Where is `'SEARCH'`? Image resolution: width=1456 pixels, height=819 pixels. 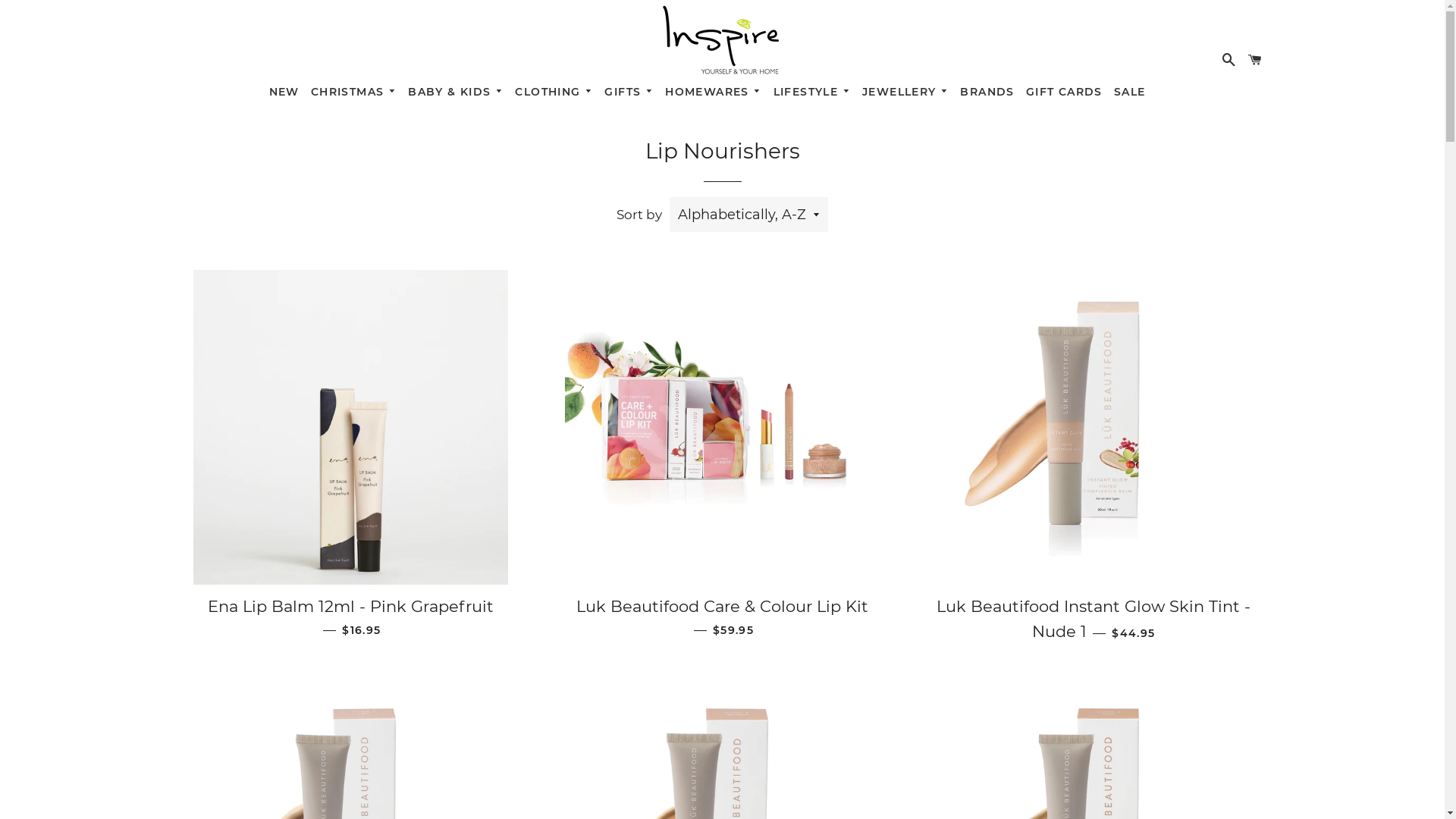 'SEARCH' is located at coordinates (1229, 57).